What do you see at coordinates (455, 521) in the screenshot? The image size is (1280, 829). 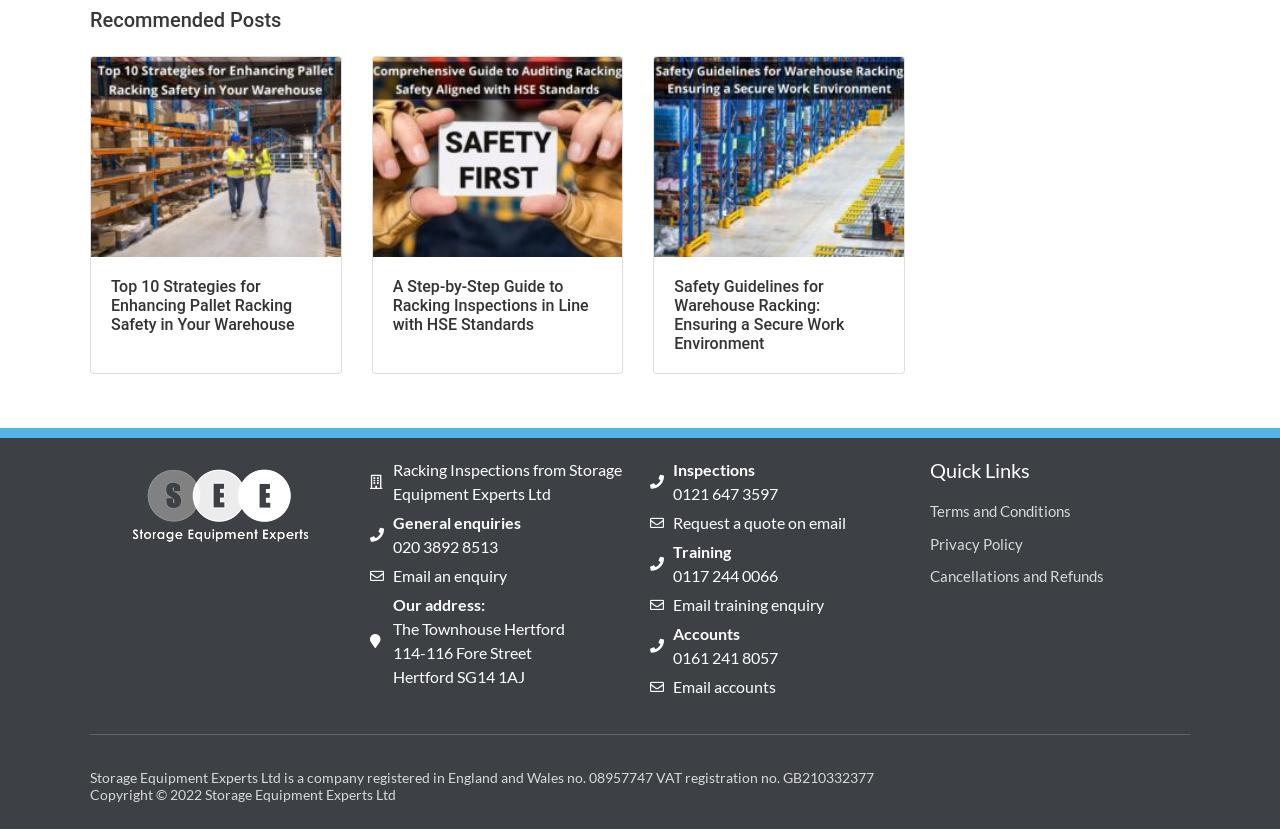 I see `'General enquiries'` at bounding box center [455, 521].